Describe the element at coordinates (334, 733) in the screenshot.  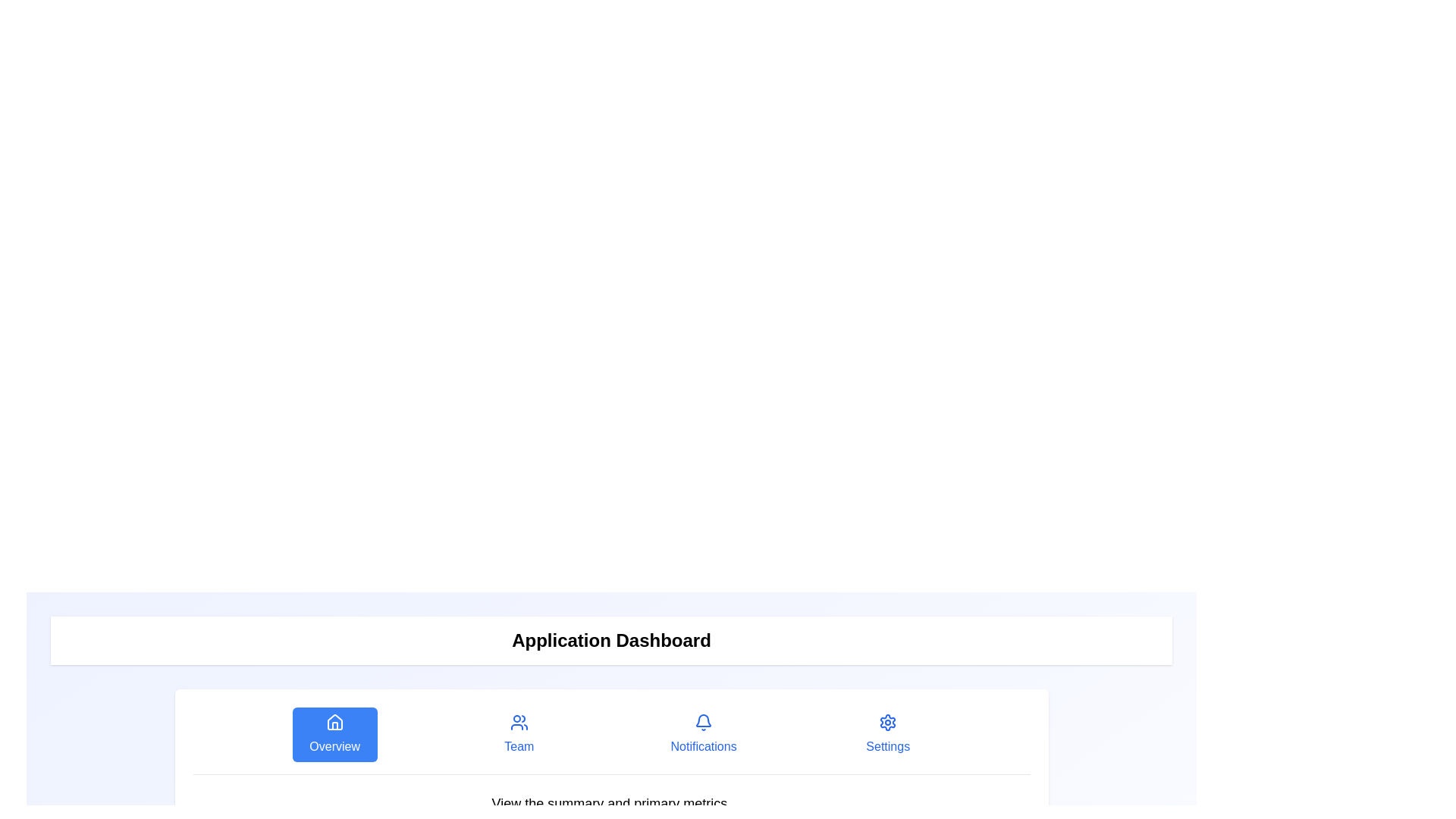
I see `the 'Overview' button` at that location.